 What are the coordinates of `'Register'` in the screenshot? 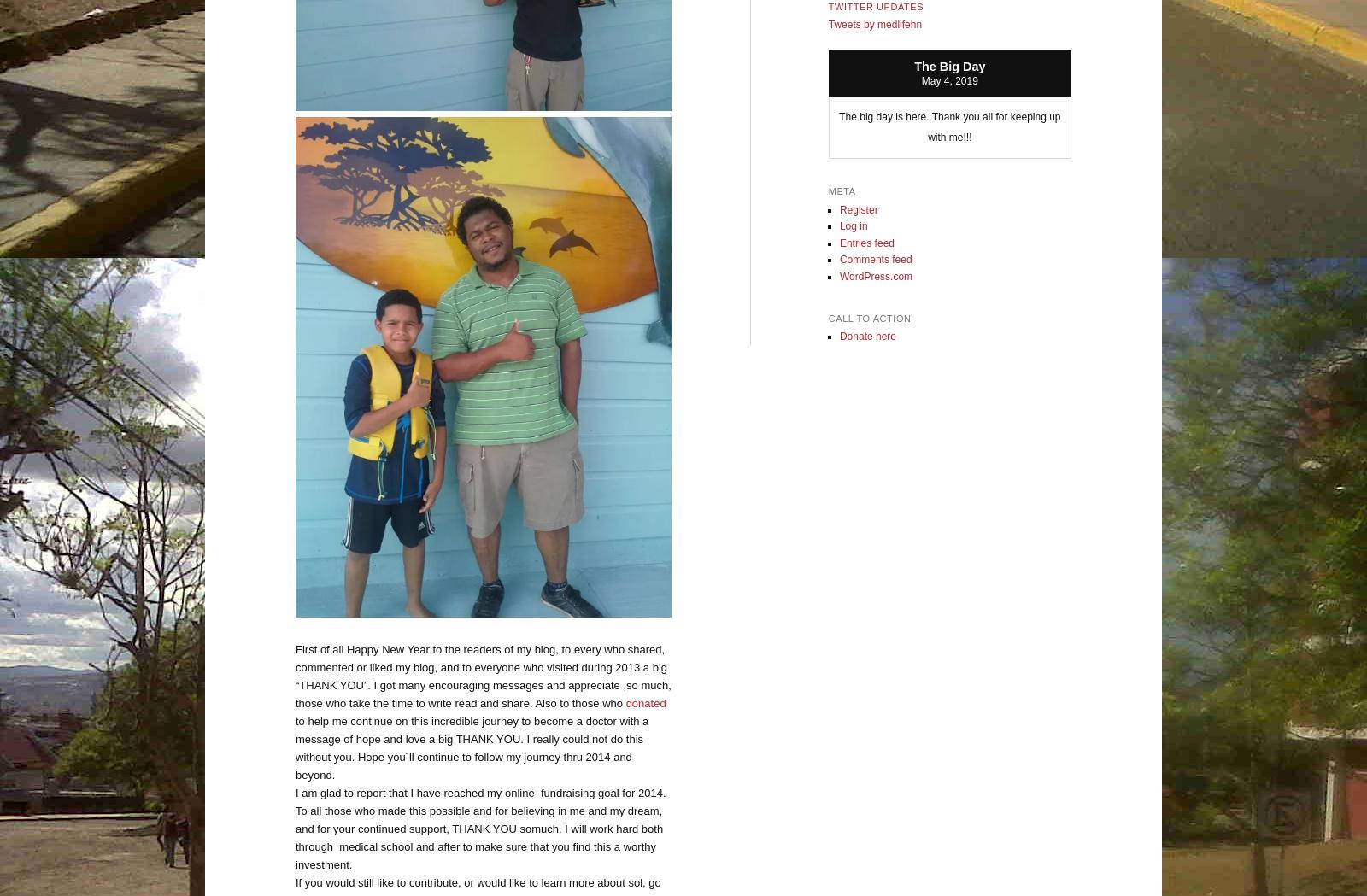 It's located at (858, 208).